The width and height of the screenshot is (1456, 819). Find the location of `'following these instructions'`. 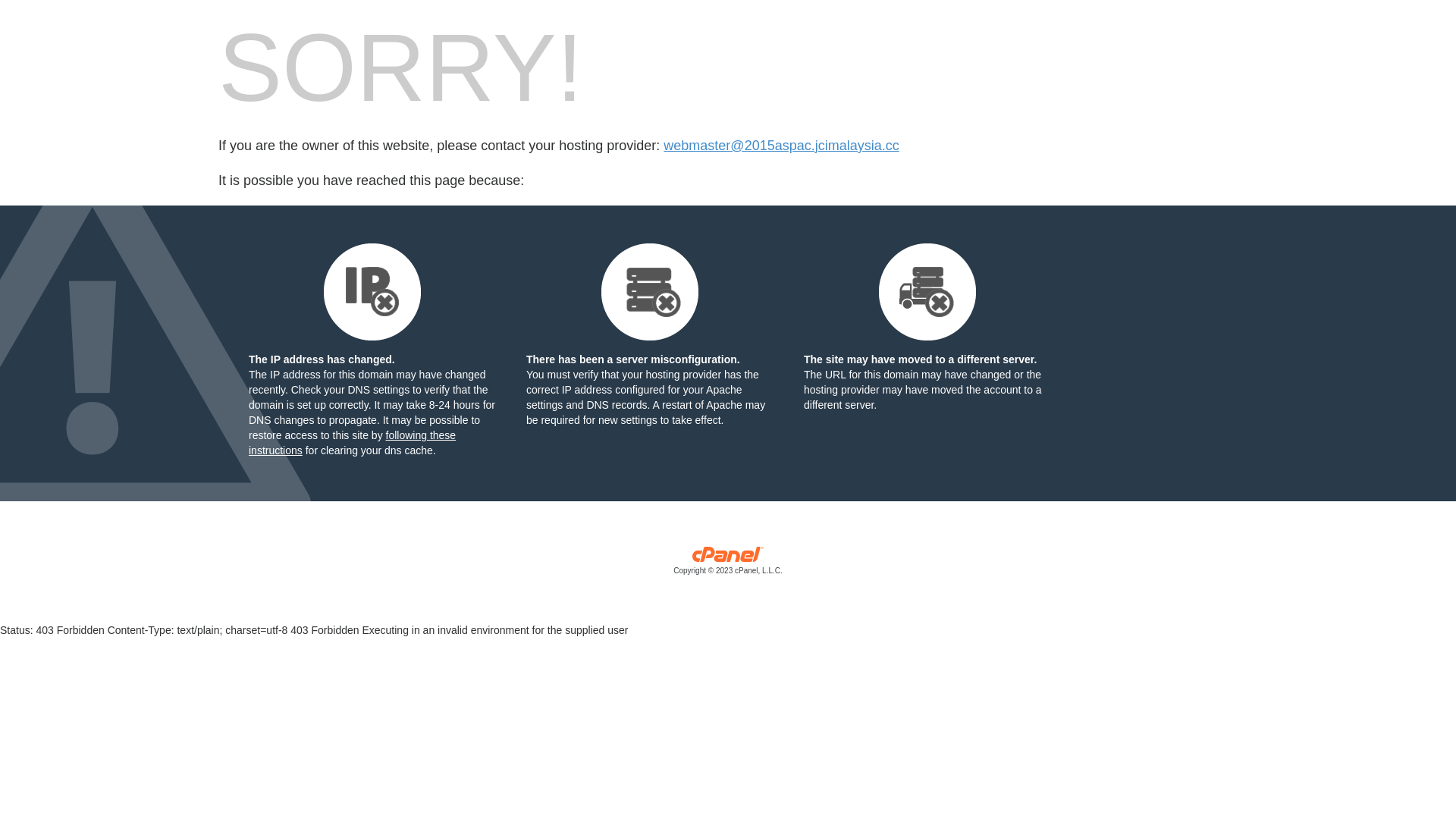

'following these instructions' is located at coordinates (351, 442).